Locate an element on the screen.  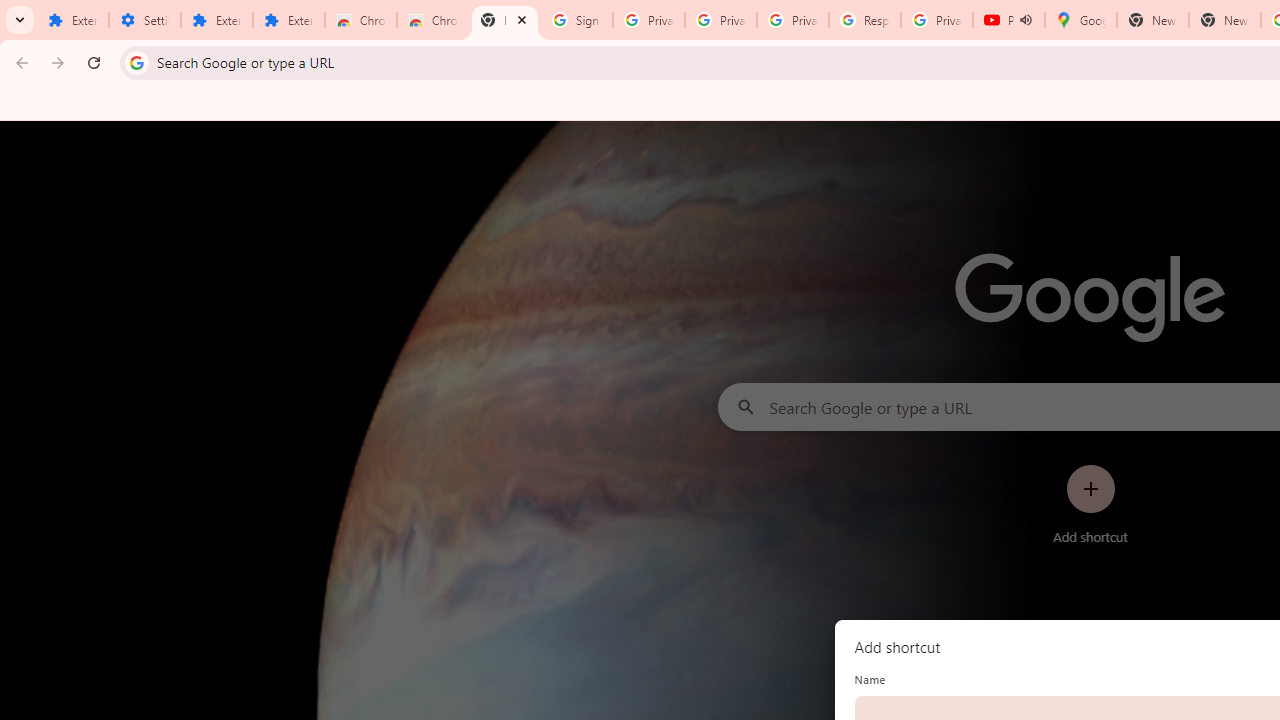
'Settings' is located at coordinates (143, 20).